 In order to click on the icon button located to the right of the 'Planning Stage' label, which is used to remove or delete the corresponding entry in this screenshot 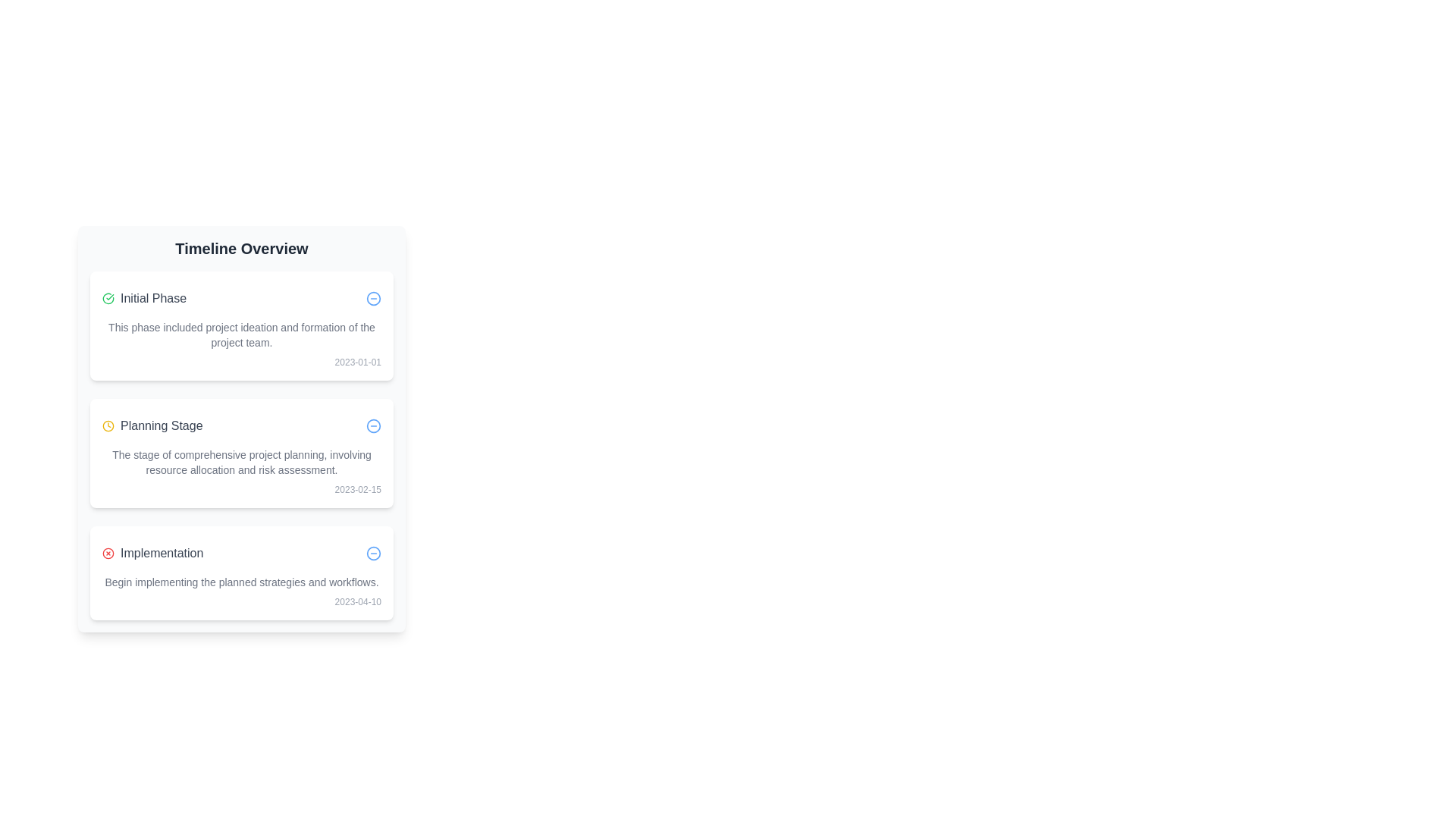, I will do `click(374, 426)`.